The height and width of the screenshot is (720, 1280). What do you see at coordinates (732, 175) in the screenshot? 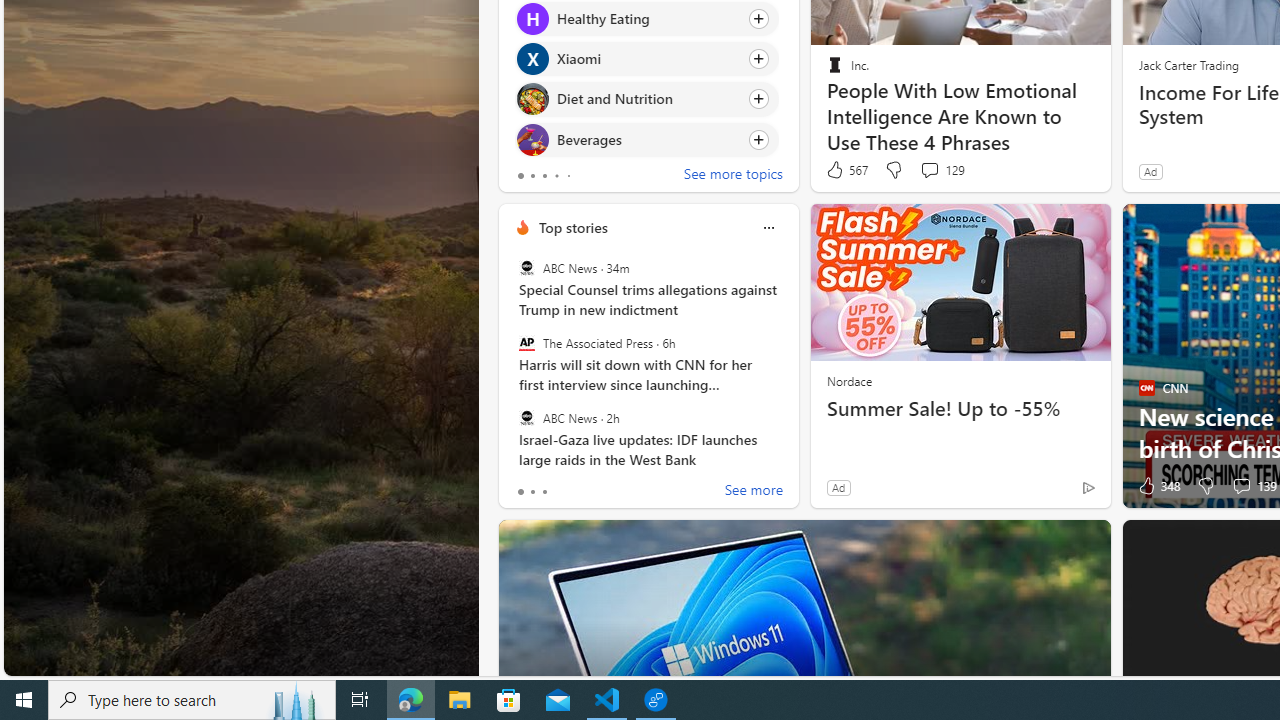
I see `'See more topics'` at bounding box center [732, 175].